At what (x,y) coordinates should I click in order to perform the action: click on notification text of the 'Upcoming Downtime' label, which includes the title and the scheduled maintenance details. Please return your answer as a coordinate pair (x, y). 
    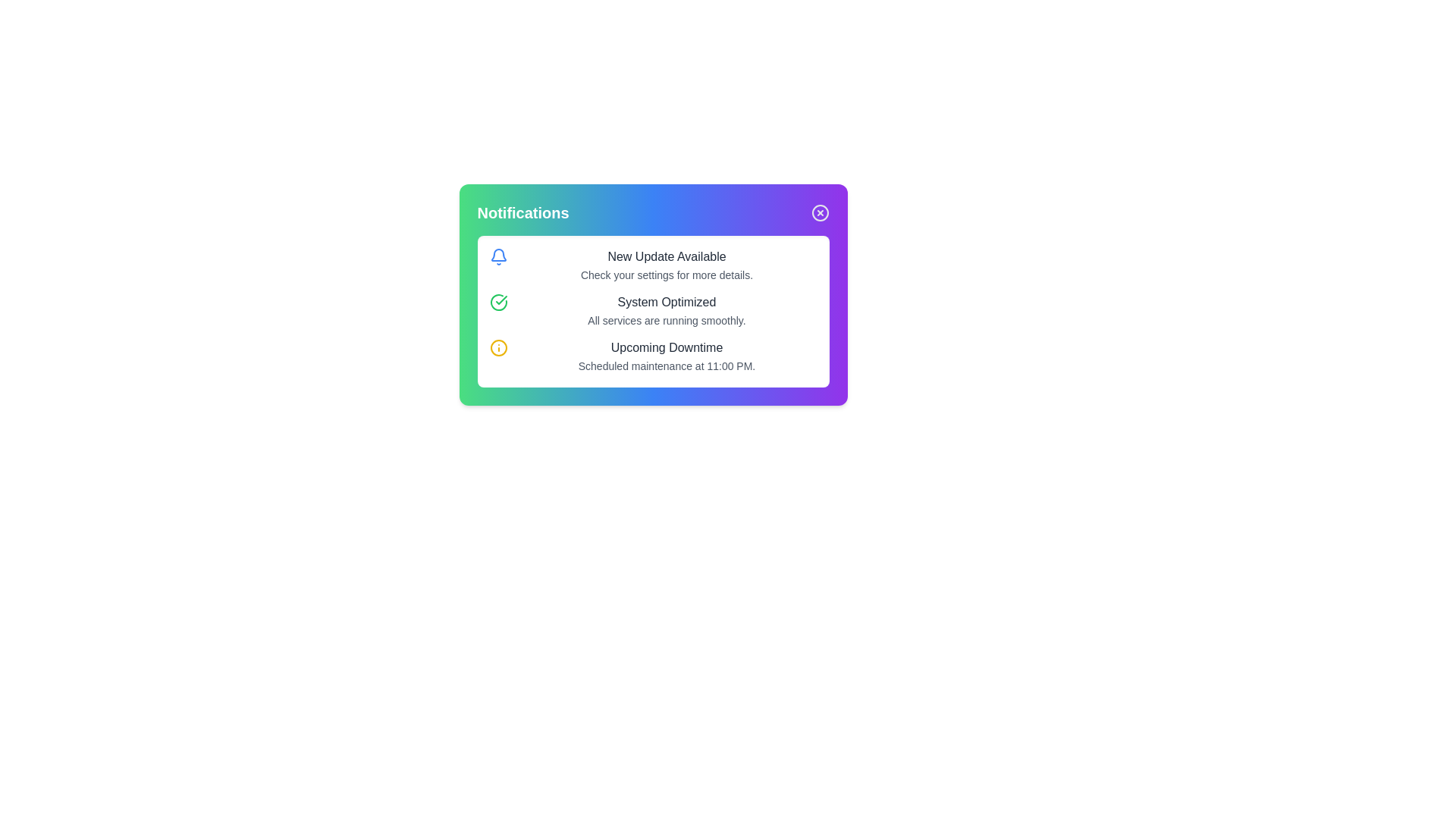
    Looking at the image, I should click on (667, 356).